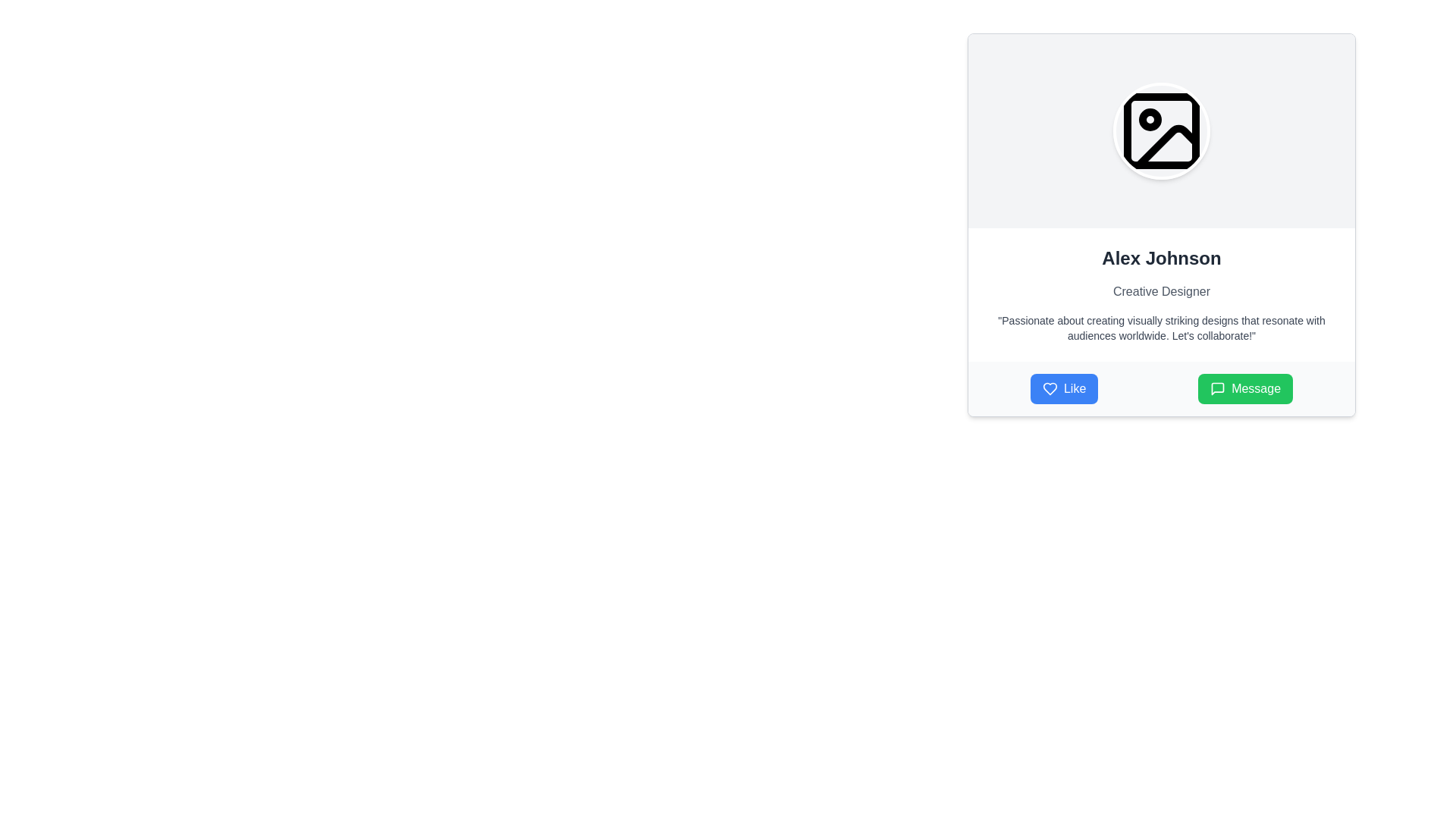 Image resolution: width=1456 pixels, height=819 pixels. Describe the element at coordinates (1049, 388) in the screenshot. I see `the heart-shaped icon within the 'Like' button` at that location.